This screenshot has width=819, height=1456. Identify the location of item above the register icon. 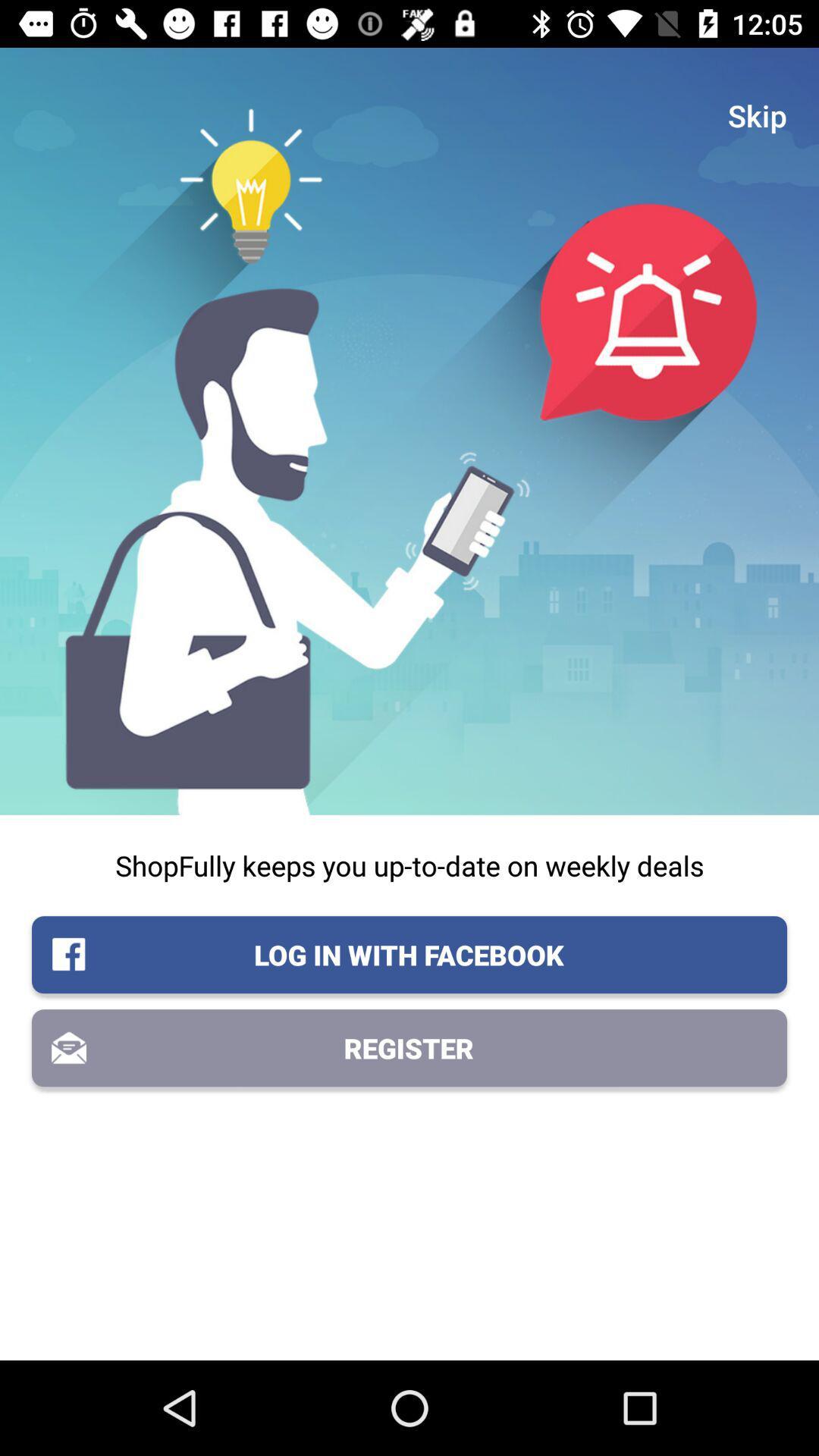
(409, 954).